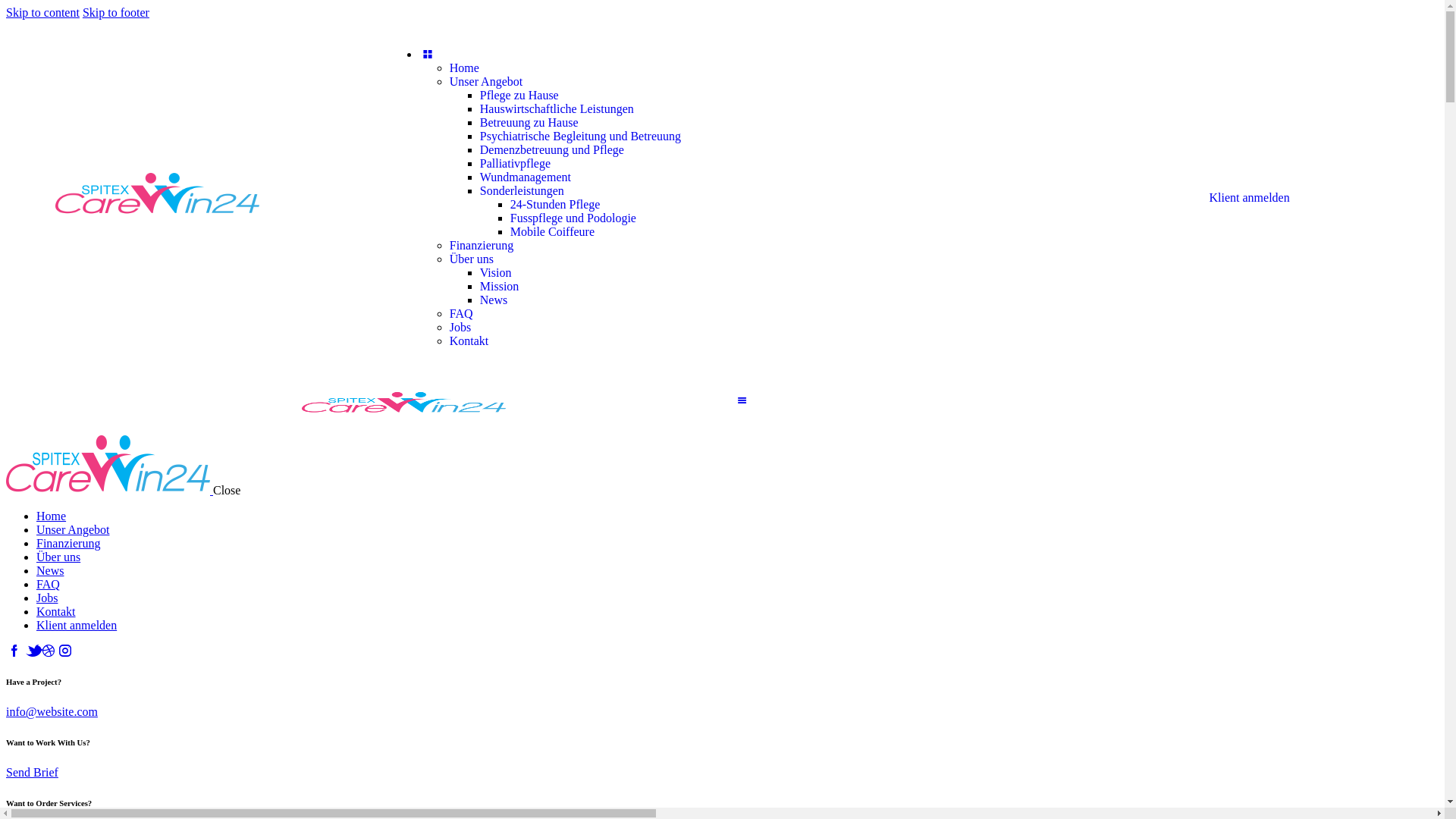 This screenshot has width=1456, height=819. What do you see at coordinates (522, 190) in the screenshot?
I see `'Sonderleistungen'` at bounding box center [522, 190].